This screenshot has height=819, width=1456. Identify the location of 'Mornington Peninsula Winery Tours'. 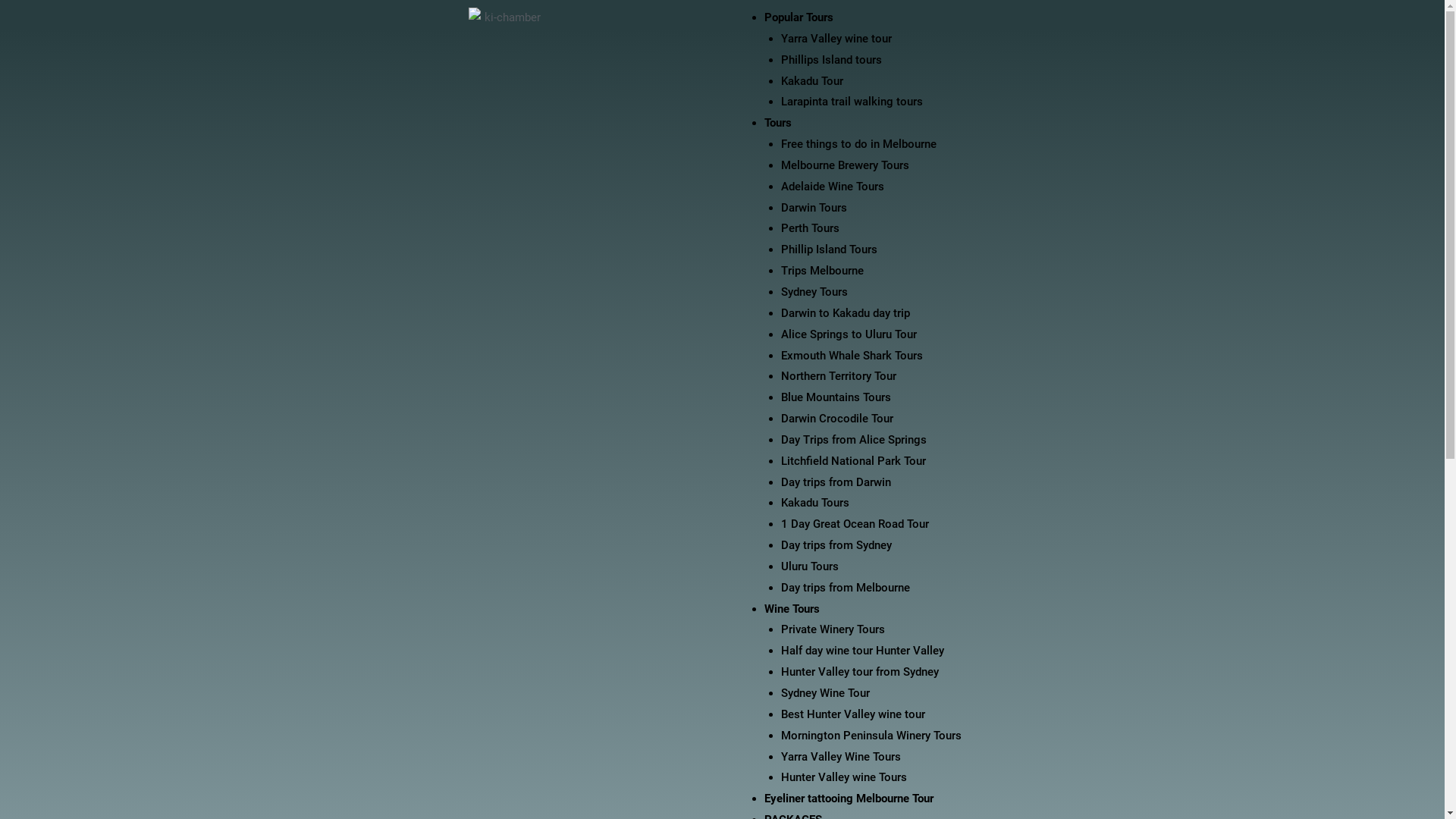
(781, 734).